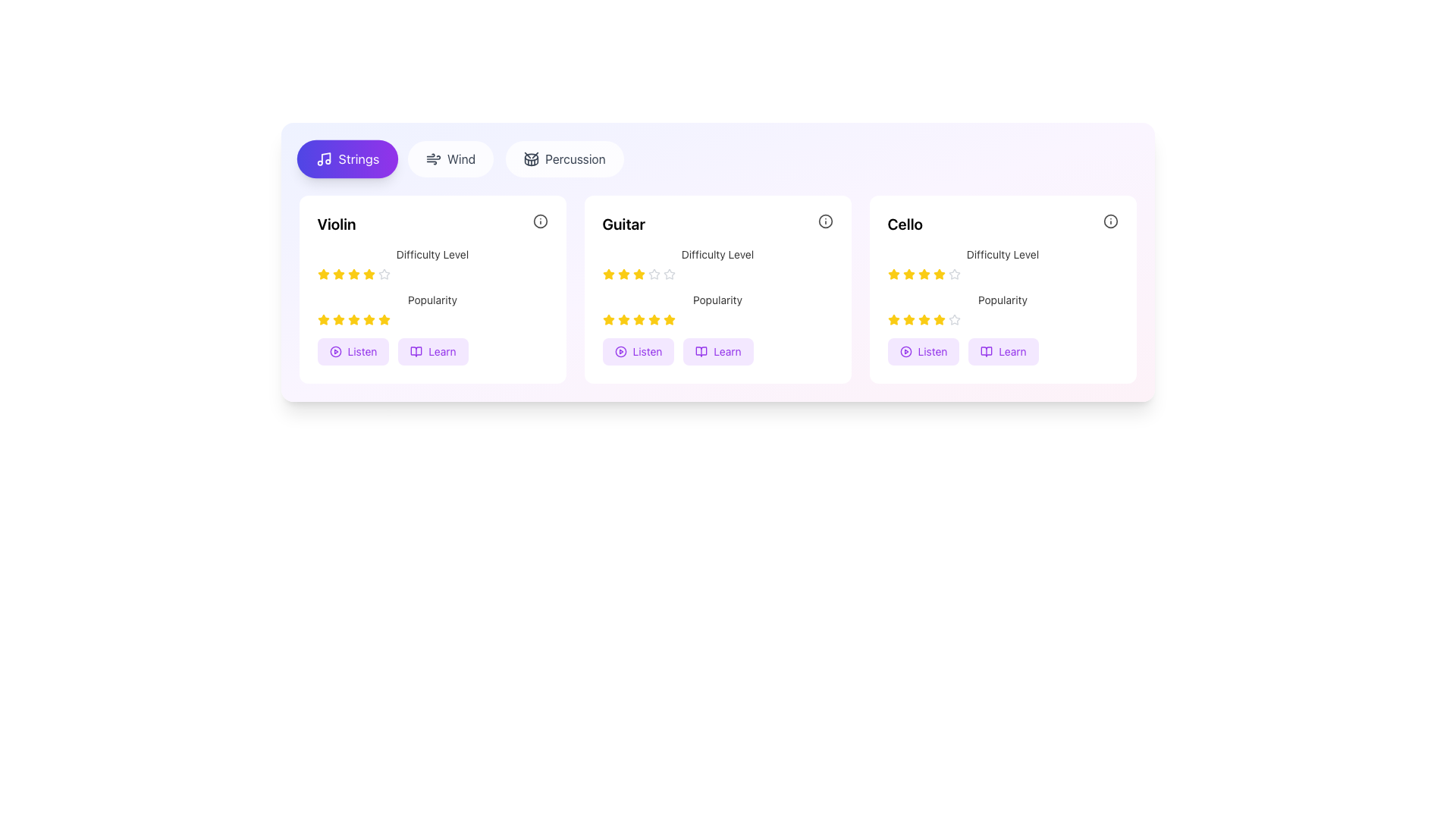 Image resolution: width=1456 pixels, height=819 pixels. Describe the element at coordinates (638, 351) in the screenshot. I see `the first button in the 'Guitar' section` at that location.